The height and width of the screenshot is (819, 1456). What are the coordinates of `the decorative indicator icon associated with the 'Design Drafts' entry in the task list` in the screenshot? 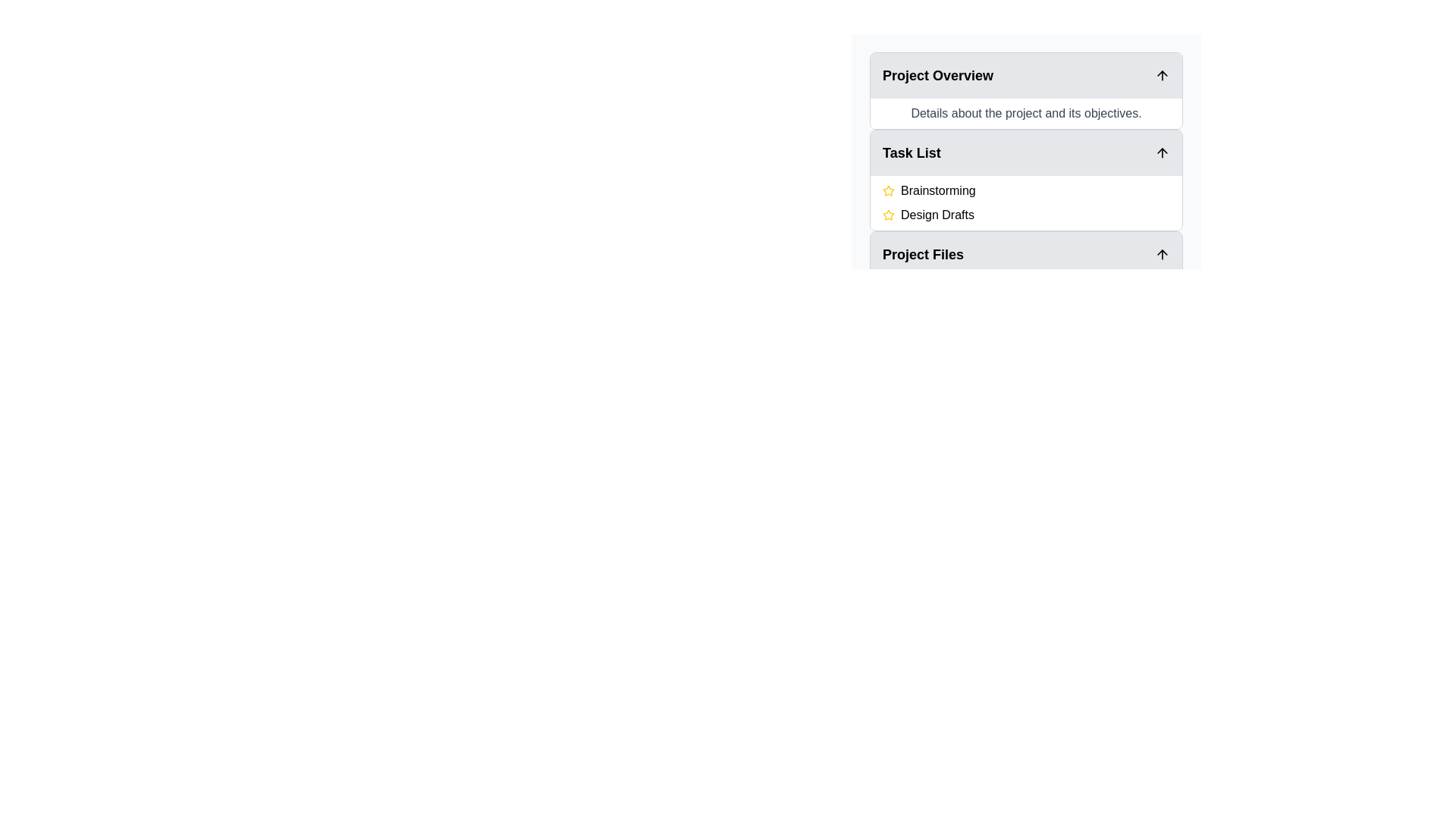 It's located at (888, 190).